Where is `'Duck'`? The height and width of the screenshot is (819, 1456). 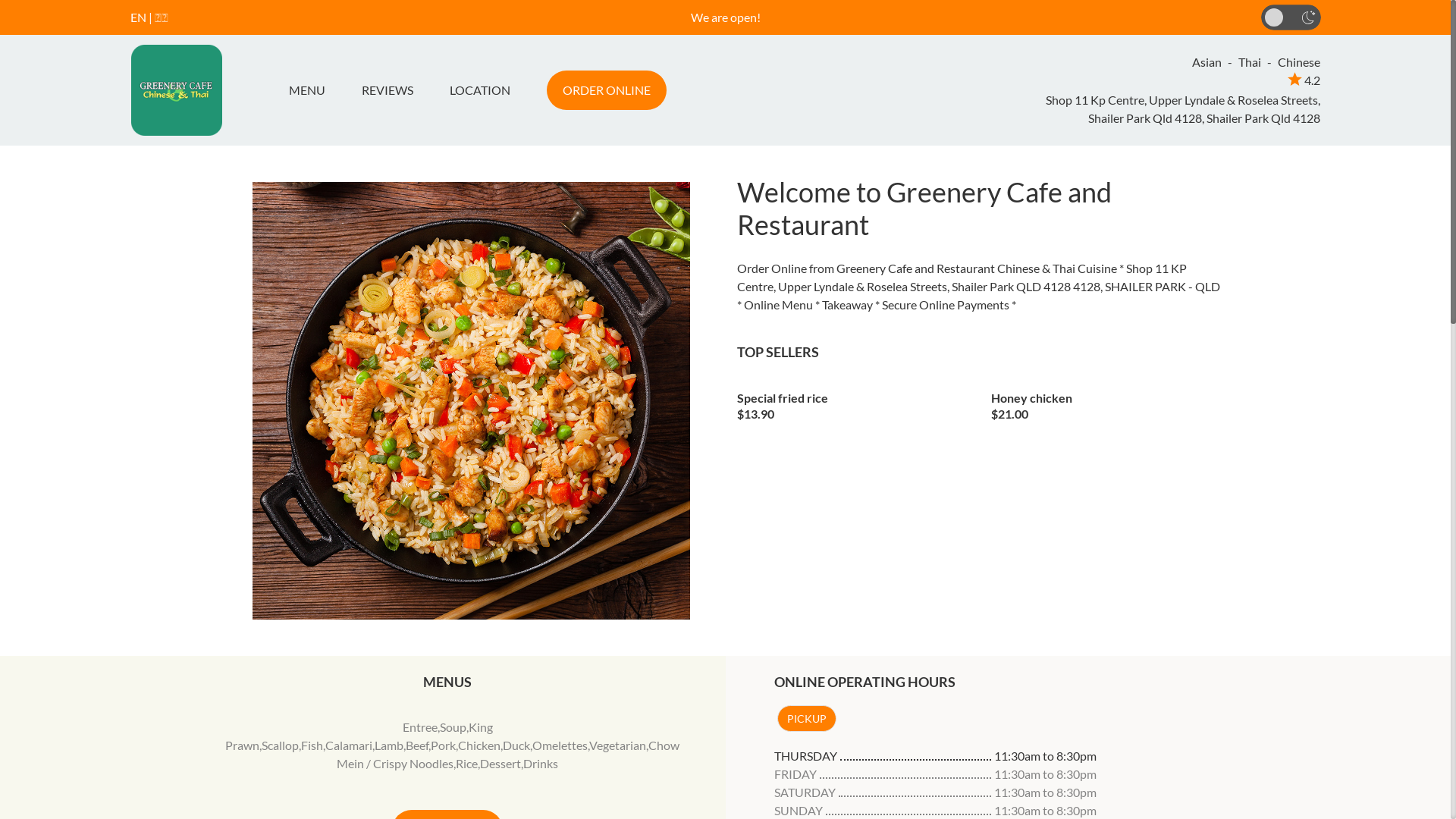
'Duck' is located at coordinates (502, 744).